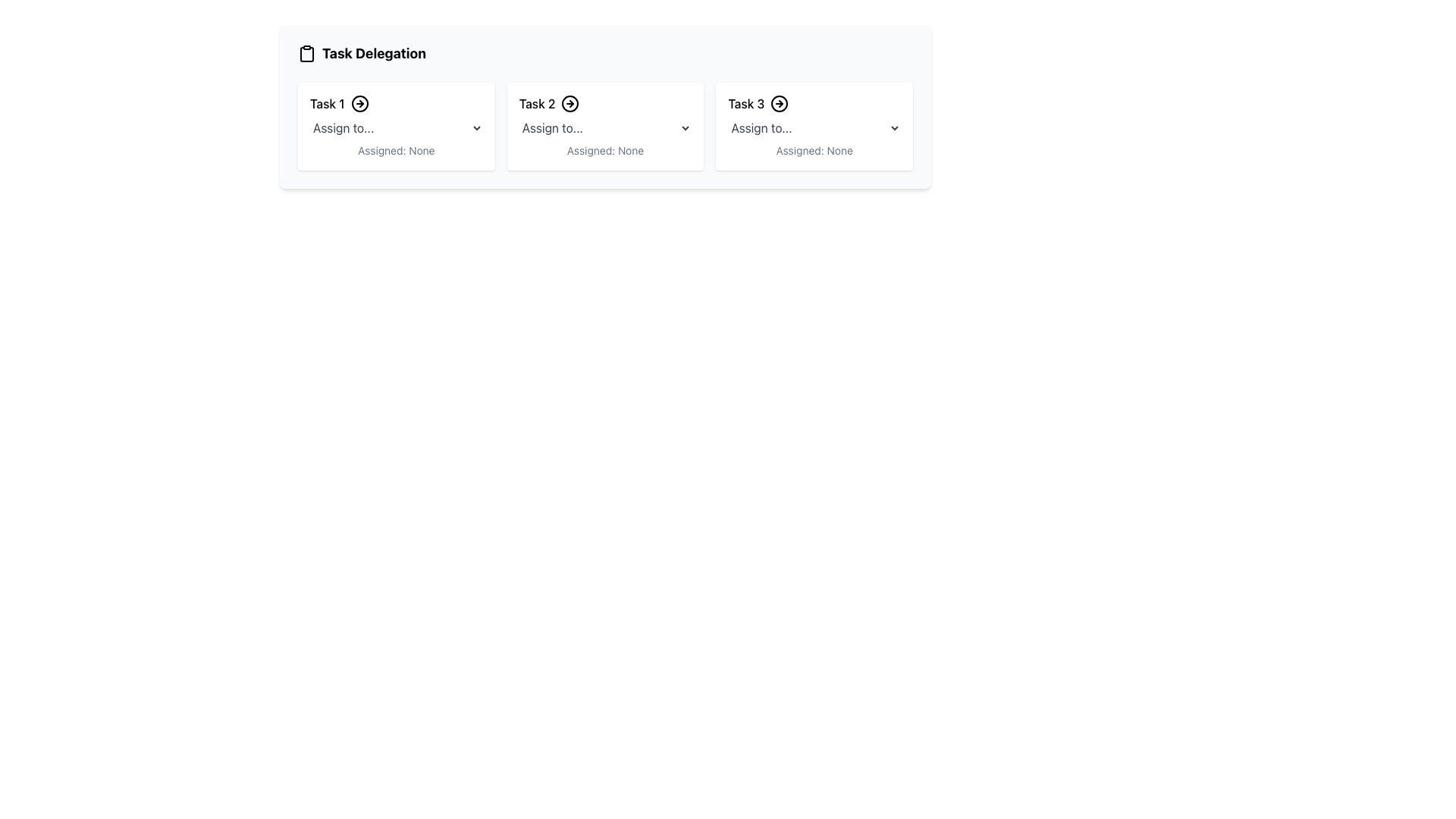 The width and height of the screenshot is (1456, 819). I want to click on the circular icon containing a right-facing arrow located within the 'Task 2' group, positioned to the right of the 'Task 2' label, so click(570, 103).